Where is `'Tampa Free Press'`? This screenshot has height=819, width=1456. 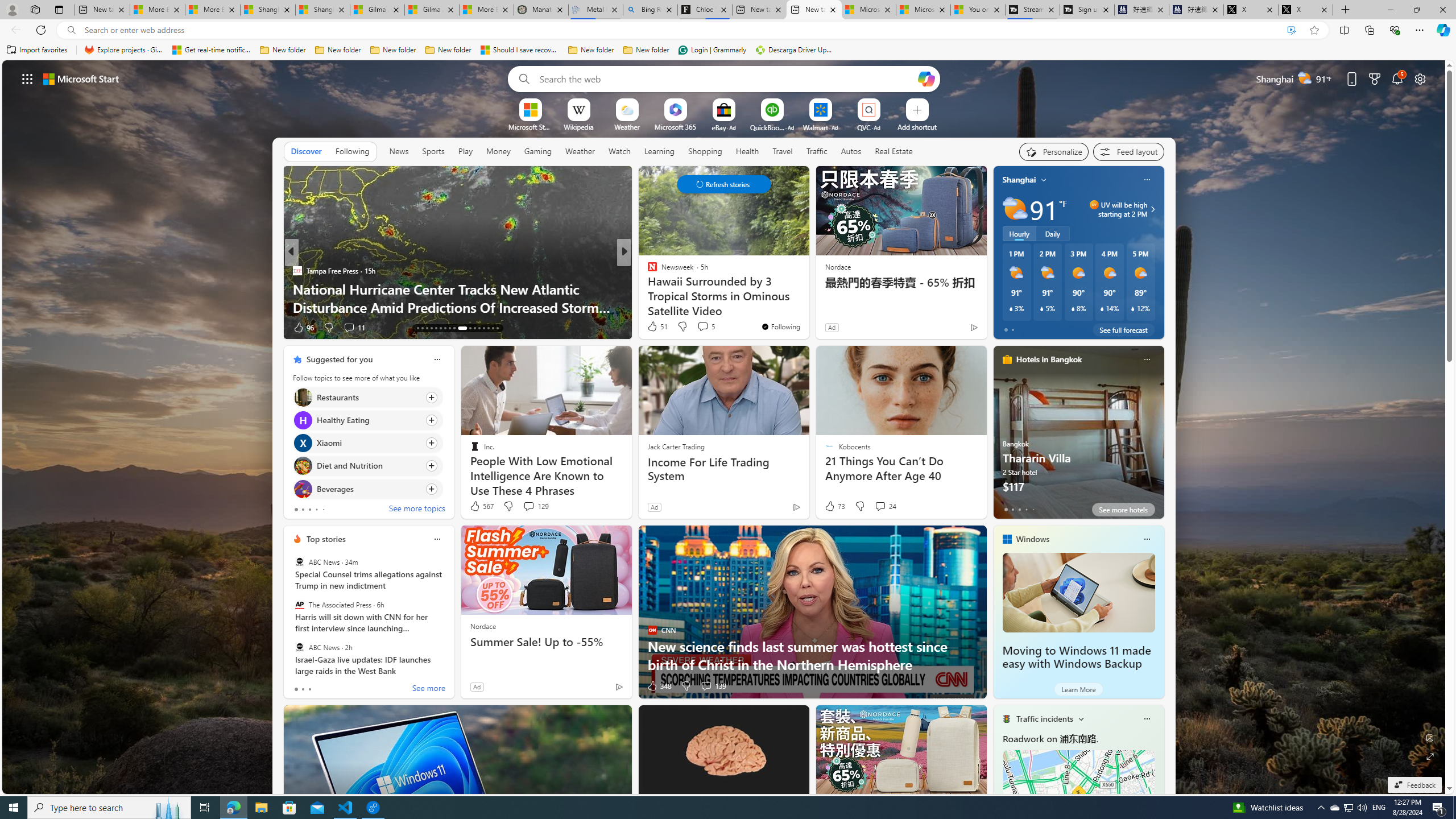 'Tampa Free Press' is located at coordinates (296, 270).